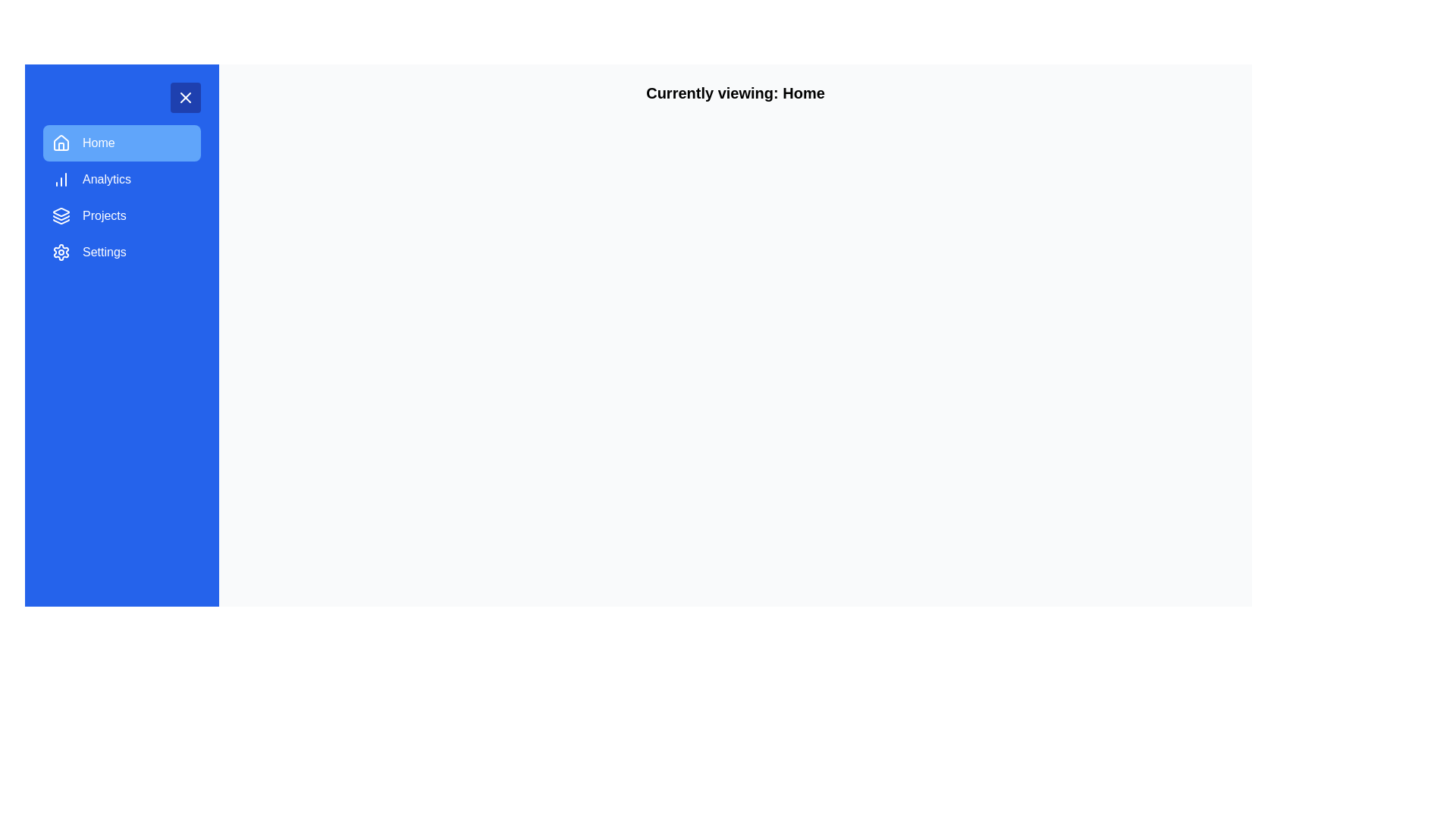 Image resolution: width=1456 pixels, height=819 pixels. I want to click on the 'Analytics' icon located in the navigation menu, which is visually represented to the left of the text label 'Analytics', so click(61, 178).